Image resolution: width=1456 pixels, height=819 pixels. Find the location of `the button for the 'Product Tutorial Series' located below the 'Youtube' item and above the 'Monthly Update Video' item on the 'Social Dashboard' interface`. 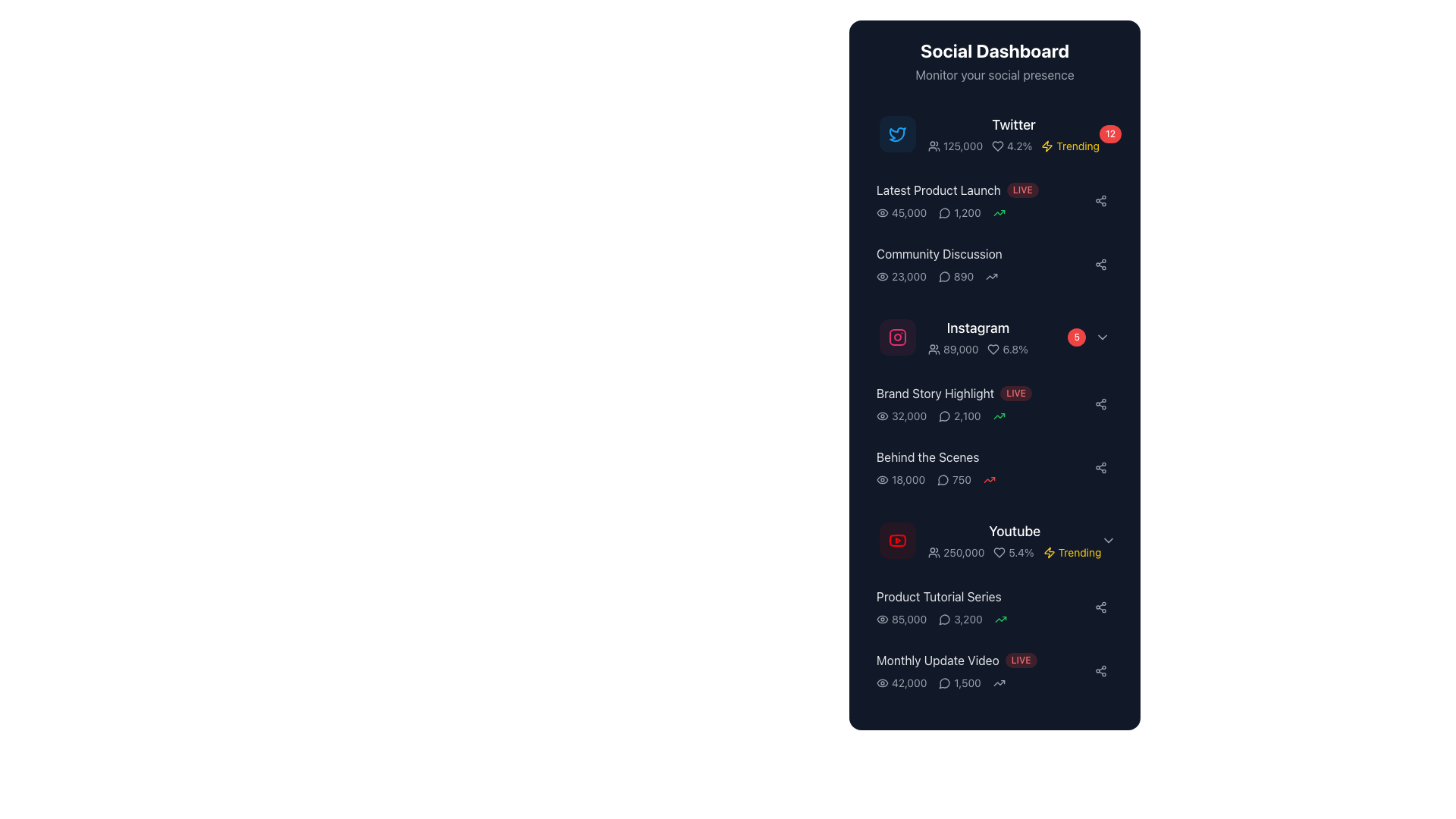

the button for the 'Product Tutorial Series' located below the 'Youtube' item and above the 'Monthly Update Video' item on the 'Social Dashboard' interface is located at coordinates (994, 607).